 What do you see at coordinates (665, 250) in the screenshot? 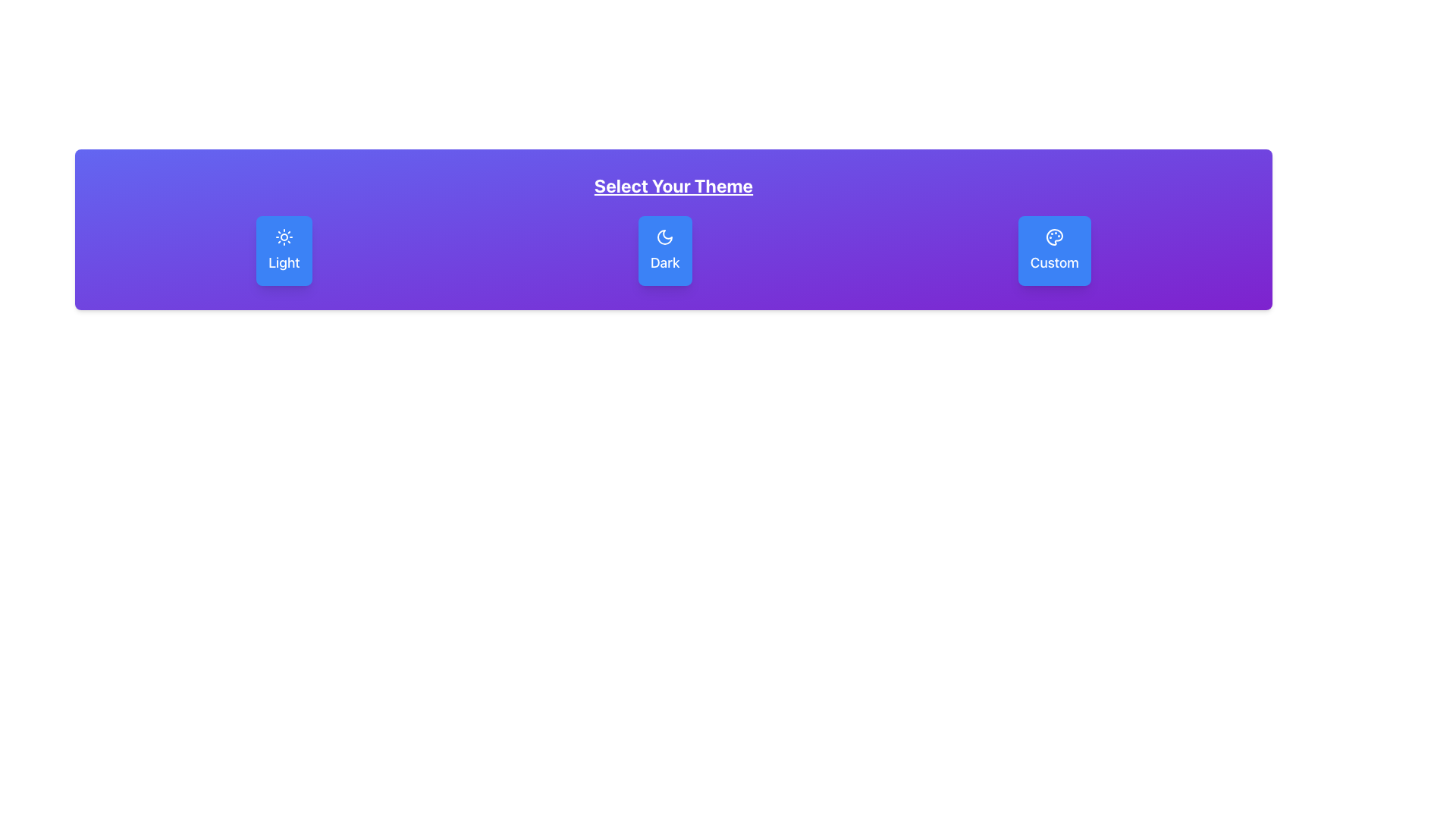
I see `the rectangular button with a blue background, rounded corners, and a crescent moon icon labeled 'Dark'` at bounding box center [665, 250].